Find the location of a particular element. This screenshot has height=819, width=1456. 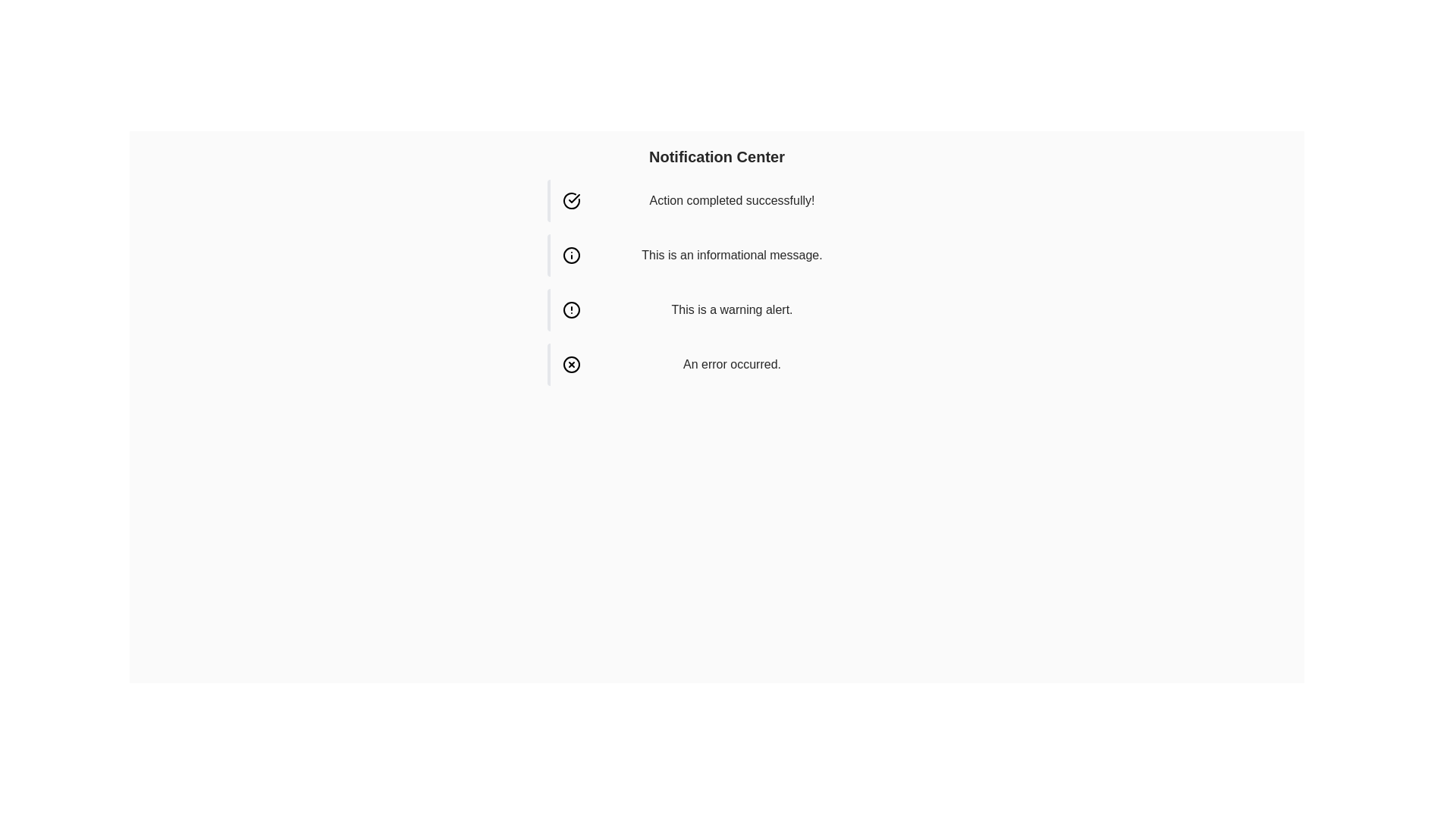

the circular yellow warning icon with an exclamation mark, located to the left of the notification block containing the text 'This is a warning alert.' is located at coordinates (570, 309).